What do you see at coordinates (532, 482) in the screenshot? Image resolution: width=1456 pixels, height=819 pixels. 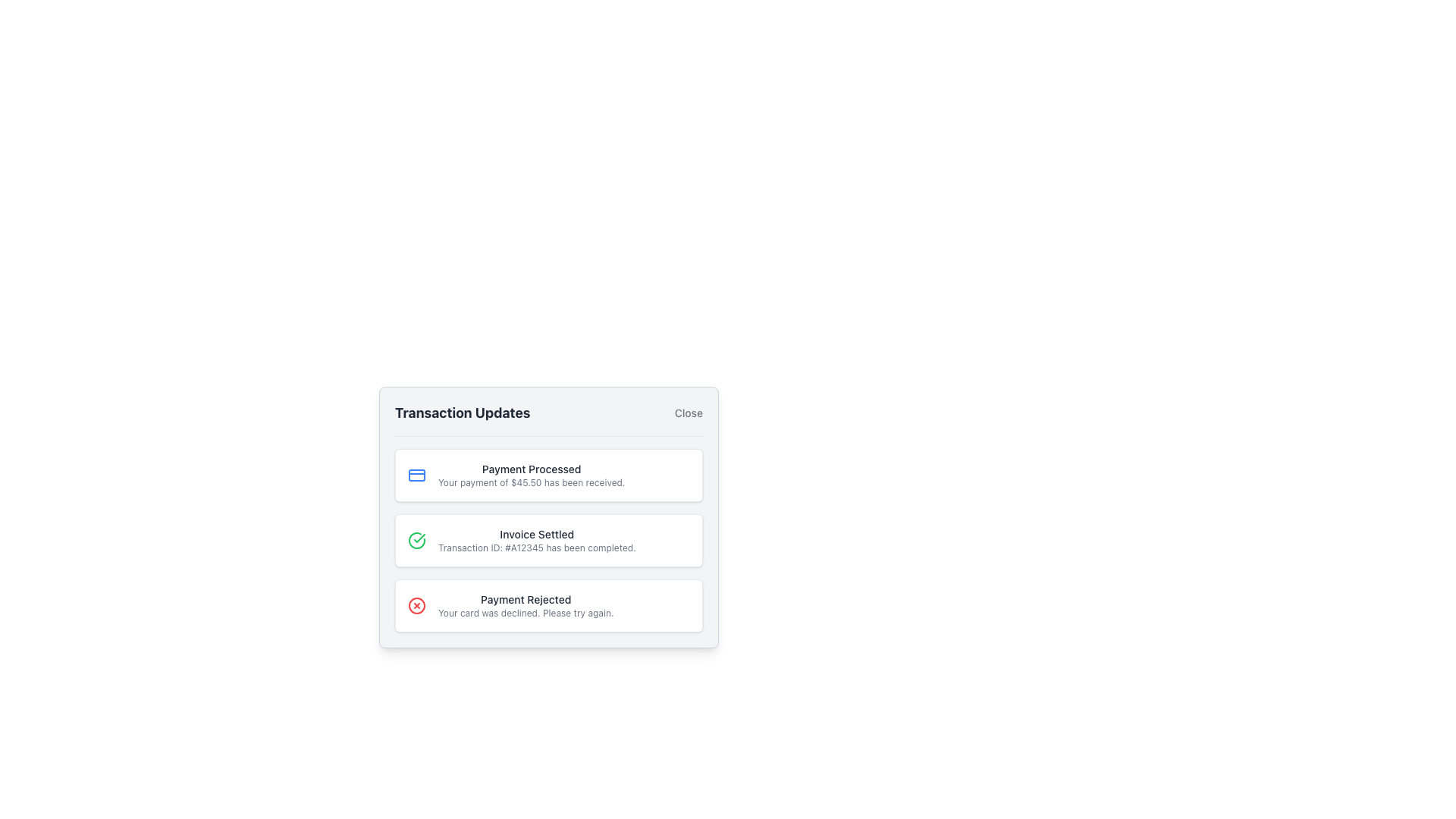 I see `the confirmation message text that indicates successful receipt of payment, located within the 'Payment Processed' card in the 'Transaction Updates' section` at bounding box center [532, 482].